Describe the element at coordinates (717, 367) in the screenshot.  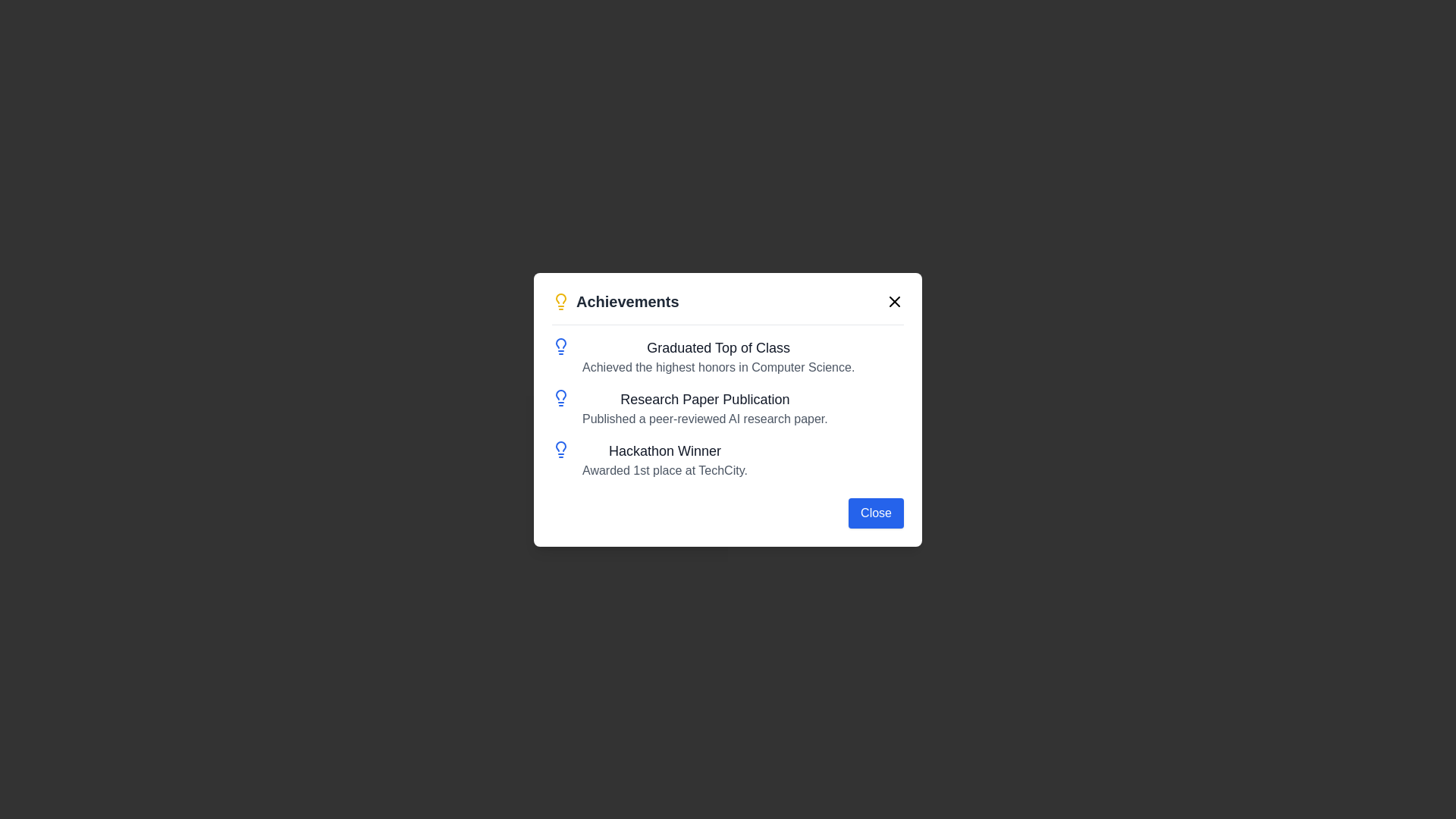
I see `the static text element that reads 'Achieved the highest honors in Computer Science.' which is styled in gray and is located below the header 'Graduated Top of Class.'` at that location.